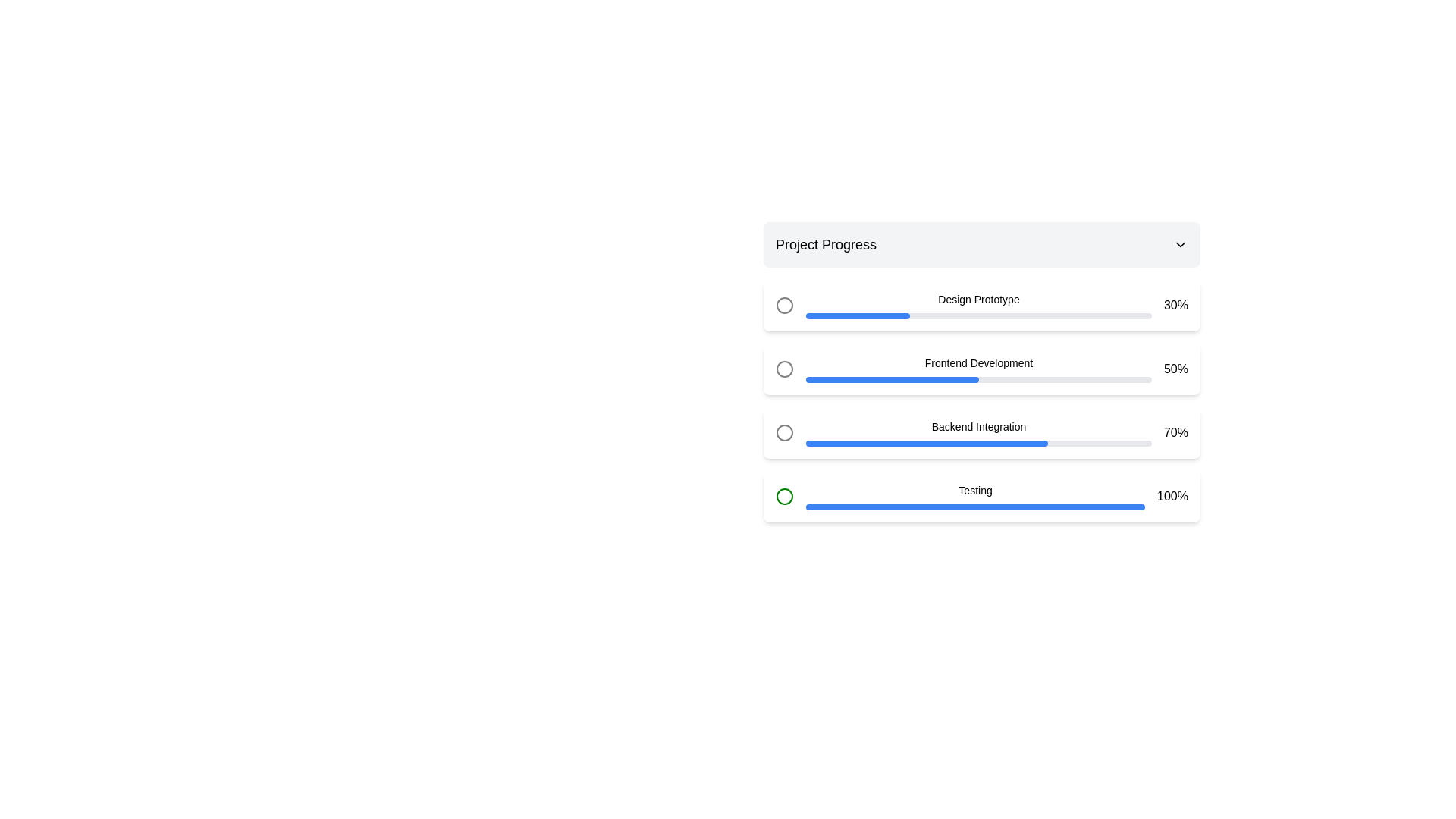 The height and width of the screenshot is (819, 1456). I want to click on the progress bar displaying the stage title 'Testing', so click(975, 497).